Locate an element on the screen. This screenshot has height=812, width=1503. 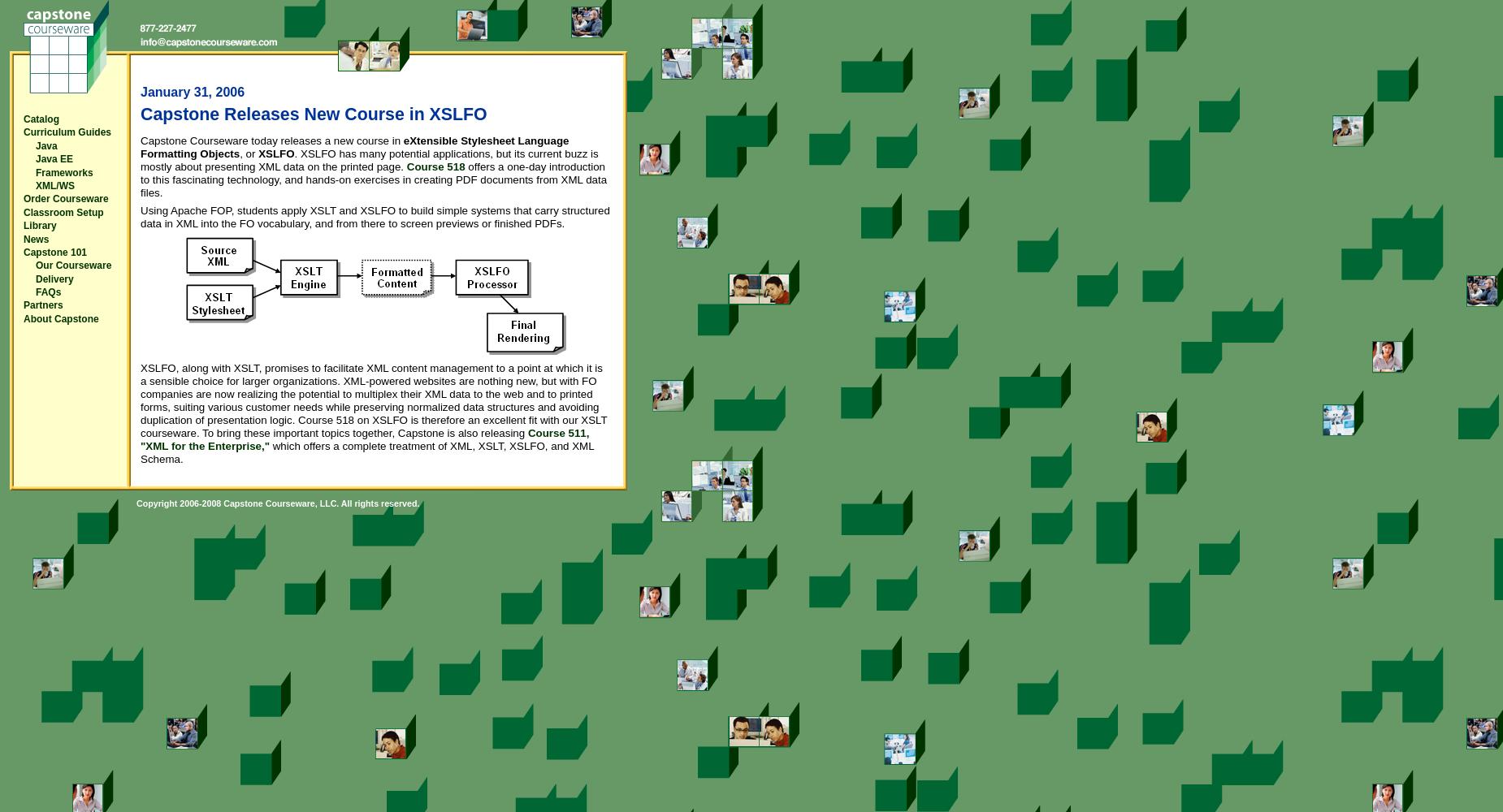
'Using Apache FOP, students apply XSLT and XSLFO to build simple systems that carry structured data in XML into the FO vocabulary, and from there to screen previews or finished PDFs.' is located at coordinates (374, 217).